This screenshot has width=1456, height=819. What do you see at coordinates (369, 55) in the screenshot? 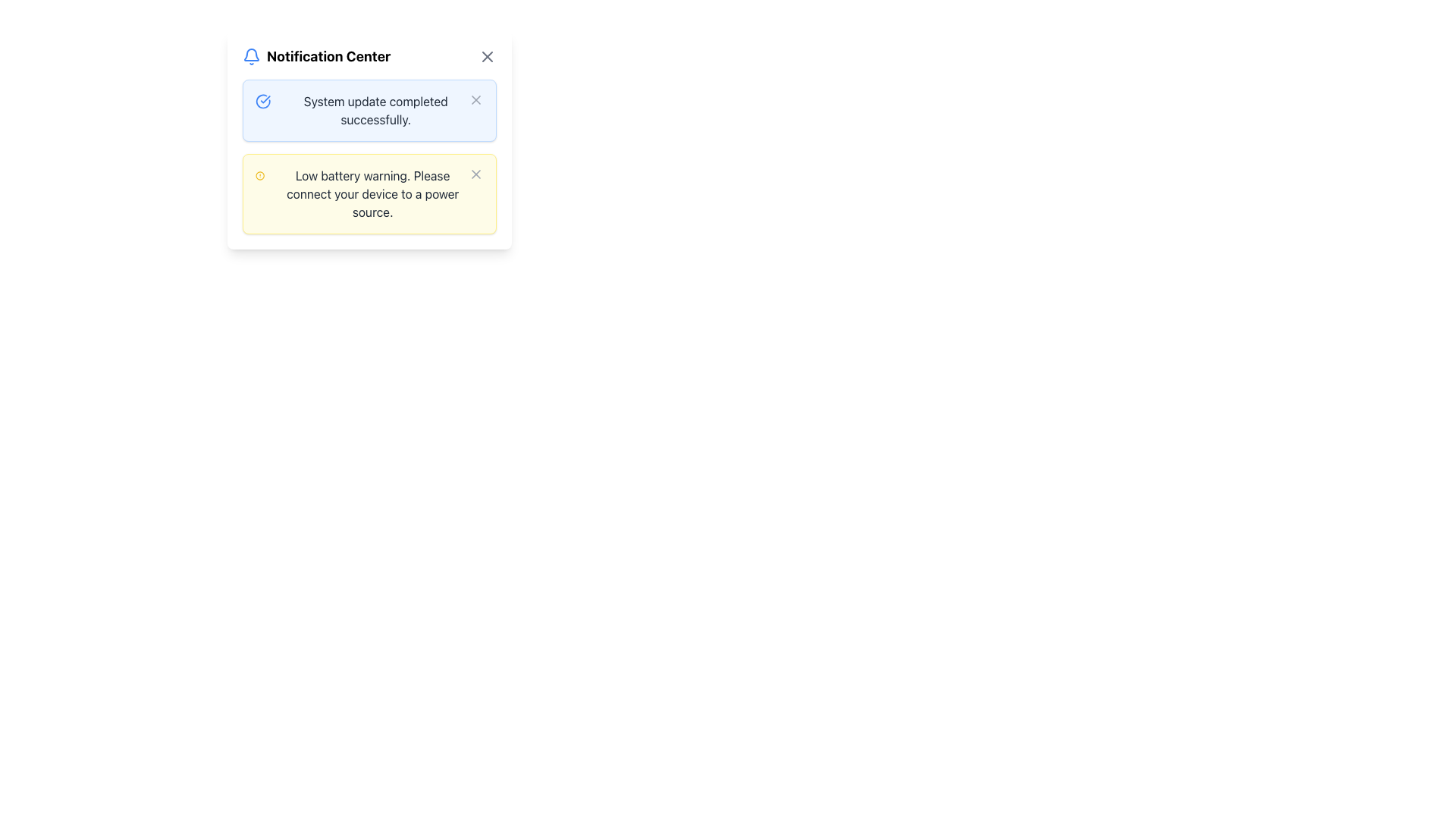
I see `the Header with Icon and Button of the notification panel to interact with its text or icon` at bounding box center [369, 55].